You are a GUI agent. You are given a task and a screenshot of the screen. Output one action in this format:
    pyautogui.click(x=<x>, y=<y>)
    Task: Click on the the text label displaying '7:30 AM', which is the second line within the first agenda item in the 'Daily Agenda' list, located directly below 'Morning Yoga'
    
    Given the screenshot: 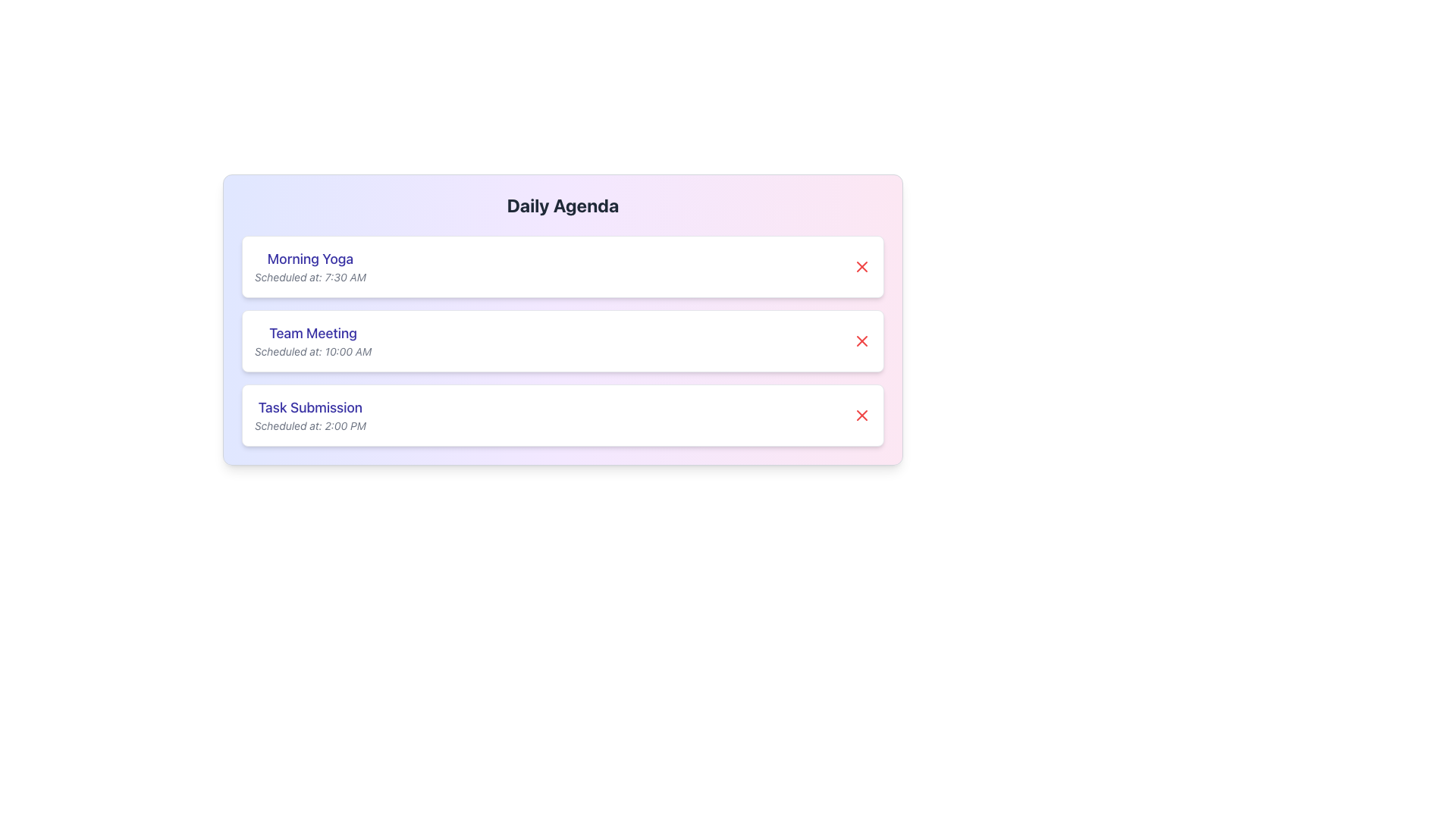 What is the action you would take?
    pyautogui.click(x=309, y=278)
    